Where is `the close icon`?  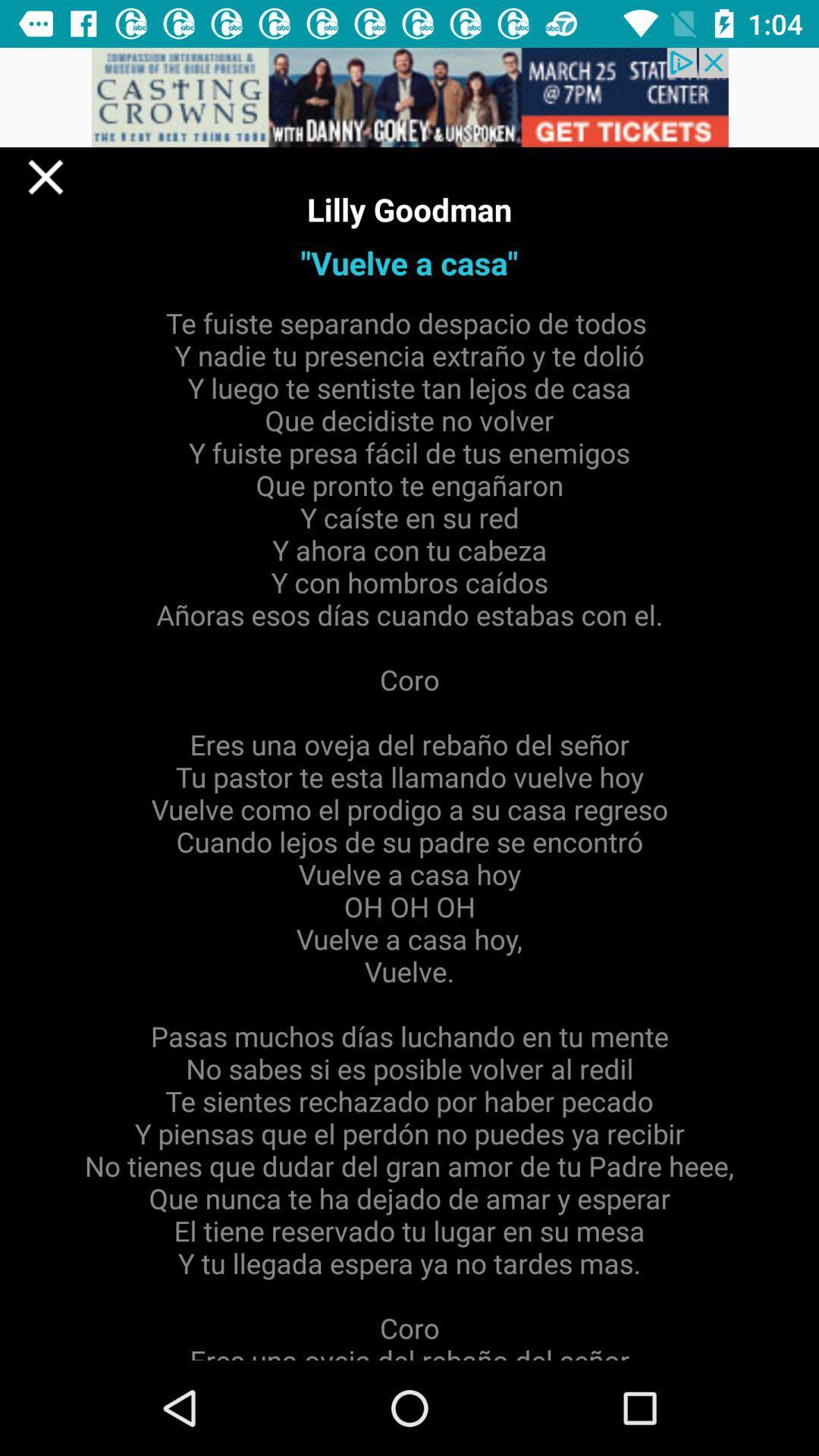 the close icon is located at coordinates (45, 177).